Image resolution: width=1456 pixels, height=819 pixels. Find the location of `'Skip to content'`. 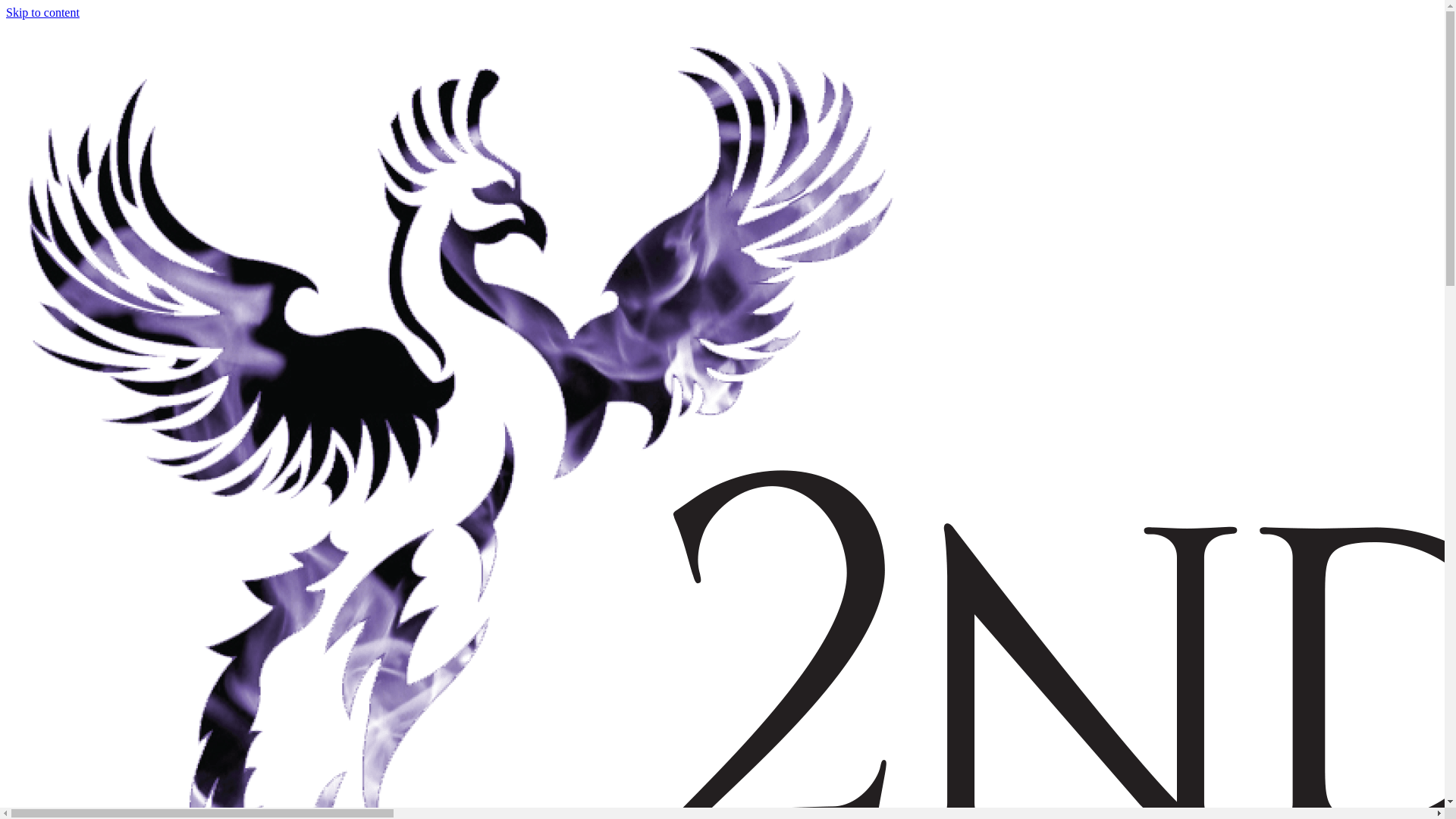

'Skip to content' is located at coordinates (42, 12).